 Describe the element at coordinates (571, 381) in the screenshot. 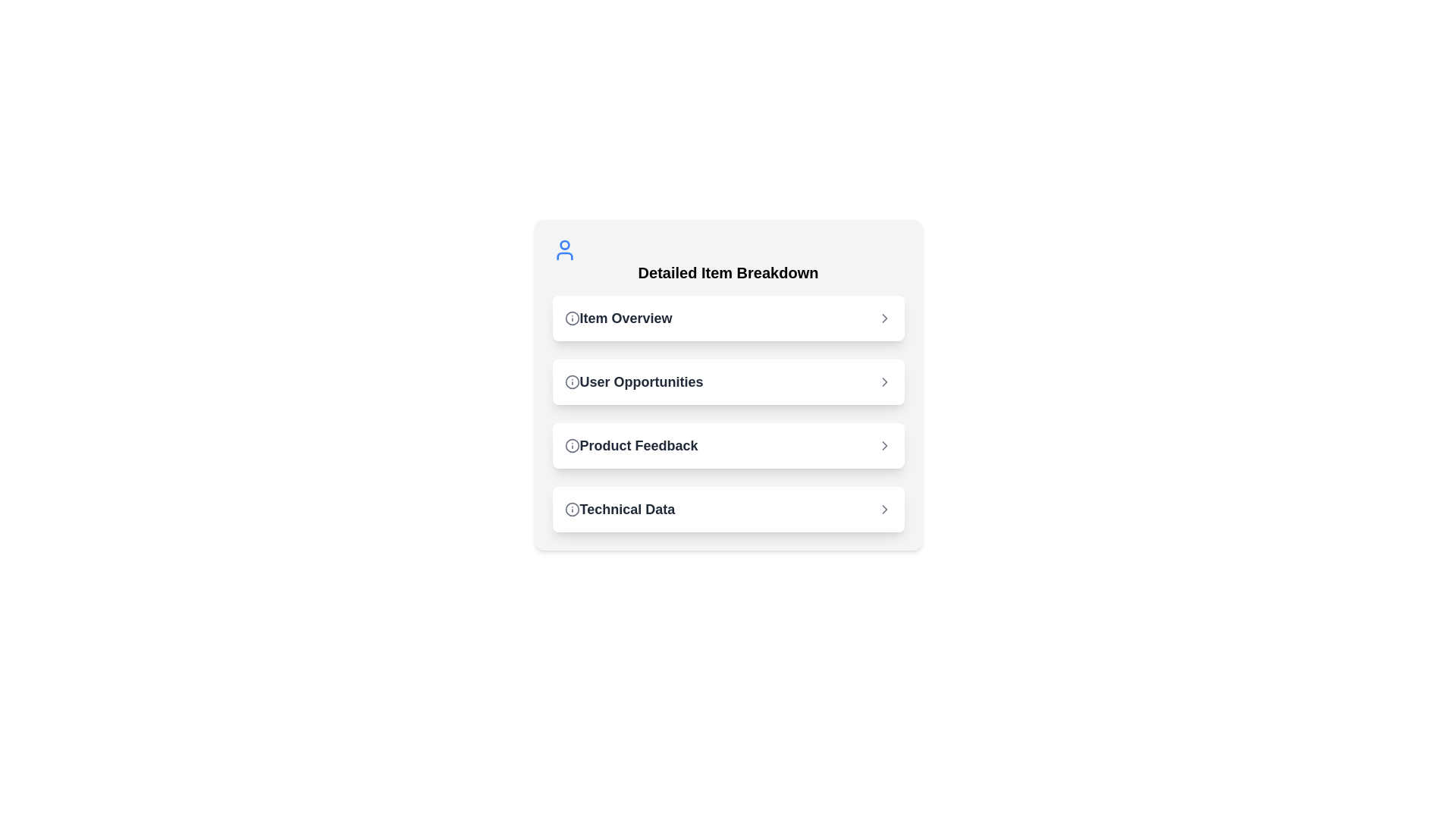

I see `the Informational icon located to the left of the 'User Opportunities' text in the 'Detailed Item Breakdown' menu` at that location.